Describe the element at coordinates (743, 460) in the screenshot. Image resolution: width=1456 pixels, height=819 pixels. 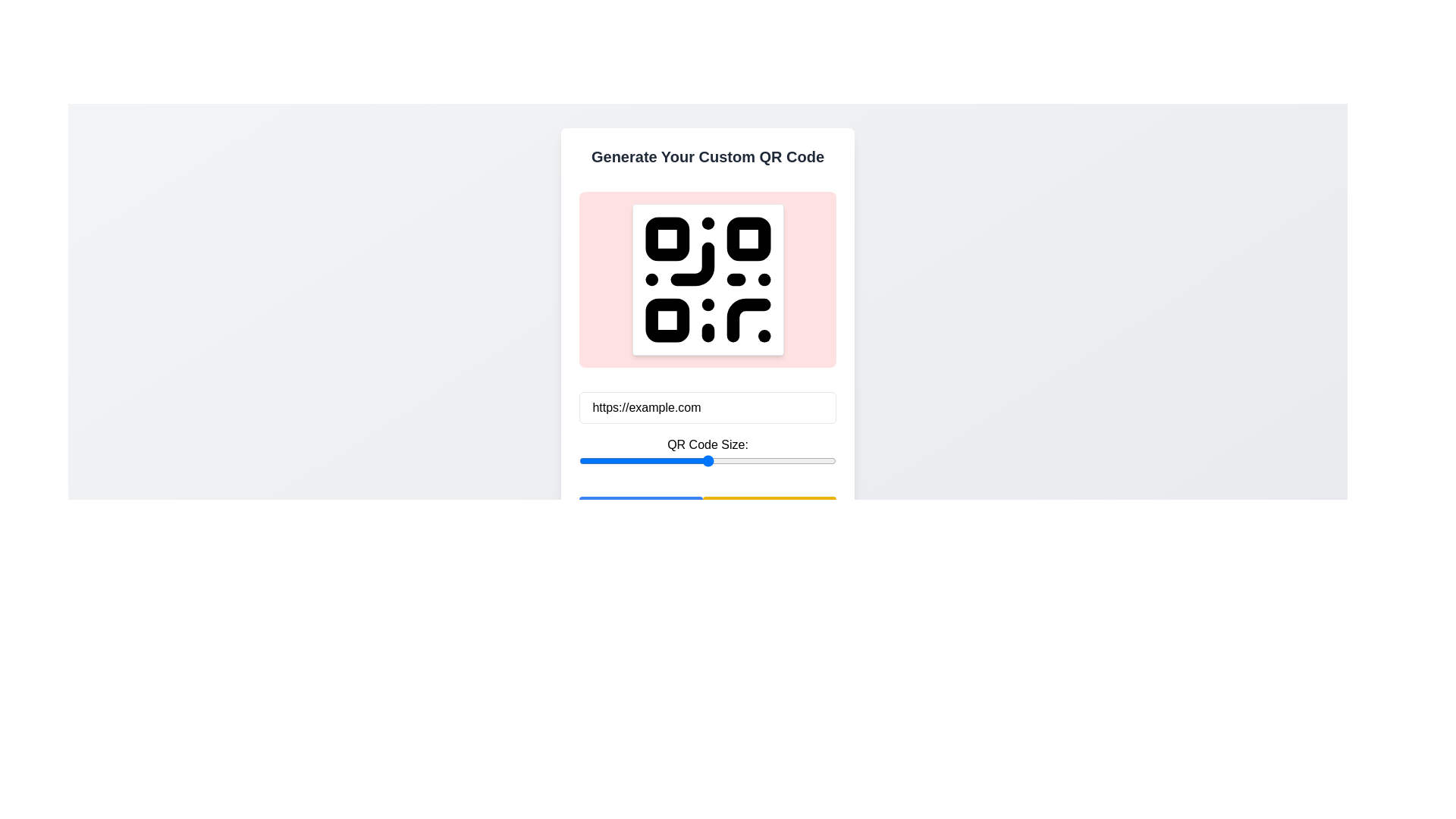
I see `QR code size` at that location.